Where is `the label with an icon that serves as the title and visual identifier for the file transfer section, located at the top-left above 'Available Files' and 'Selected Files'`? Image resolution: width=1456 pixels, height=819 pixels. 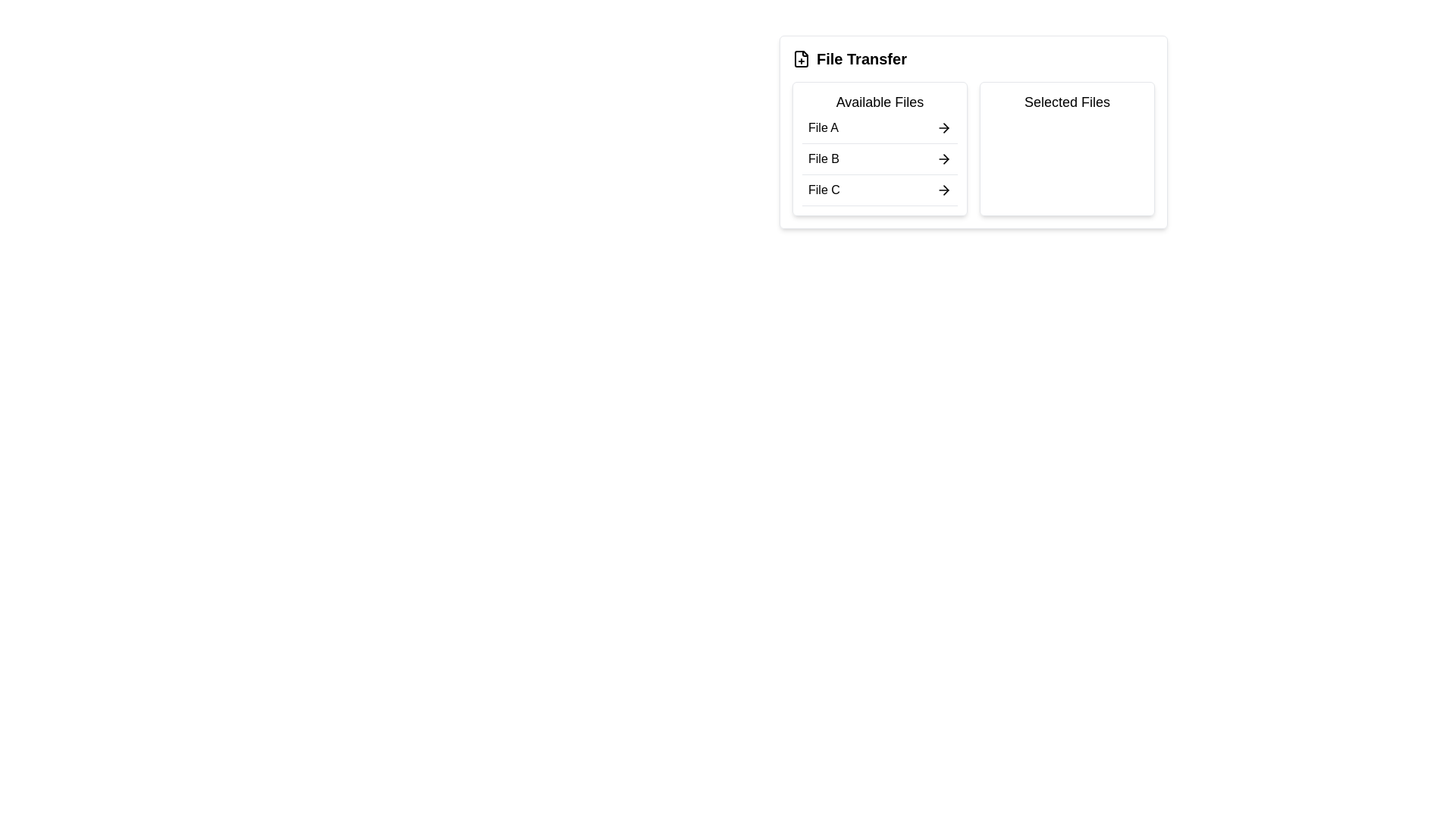 the label with an icon that serves as the title and visual identifier for the file transfer section, located at the top-left above 'Available Files' and 'Selected Files' is located at coordinates (849, 58).